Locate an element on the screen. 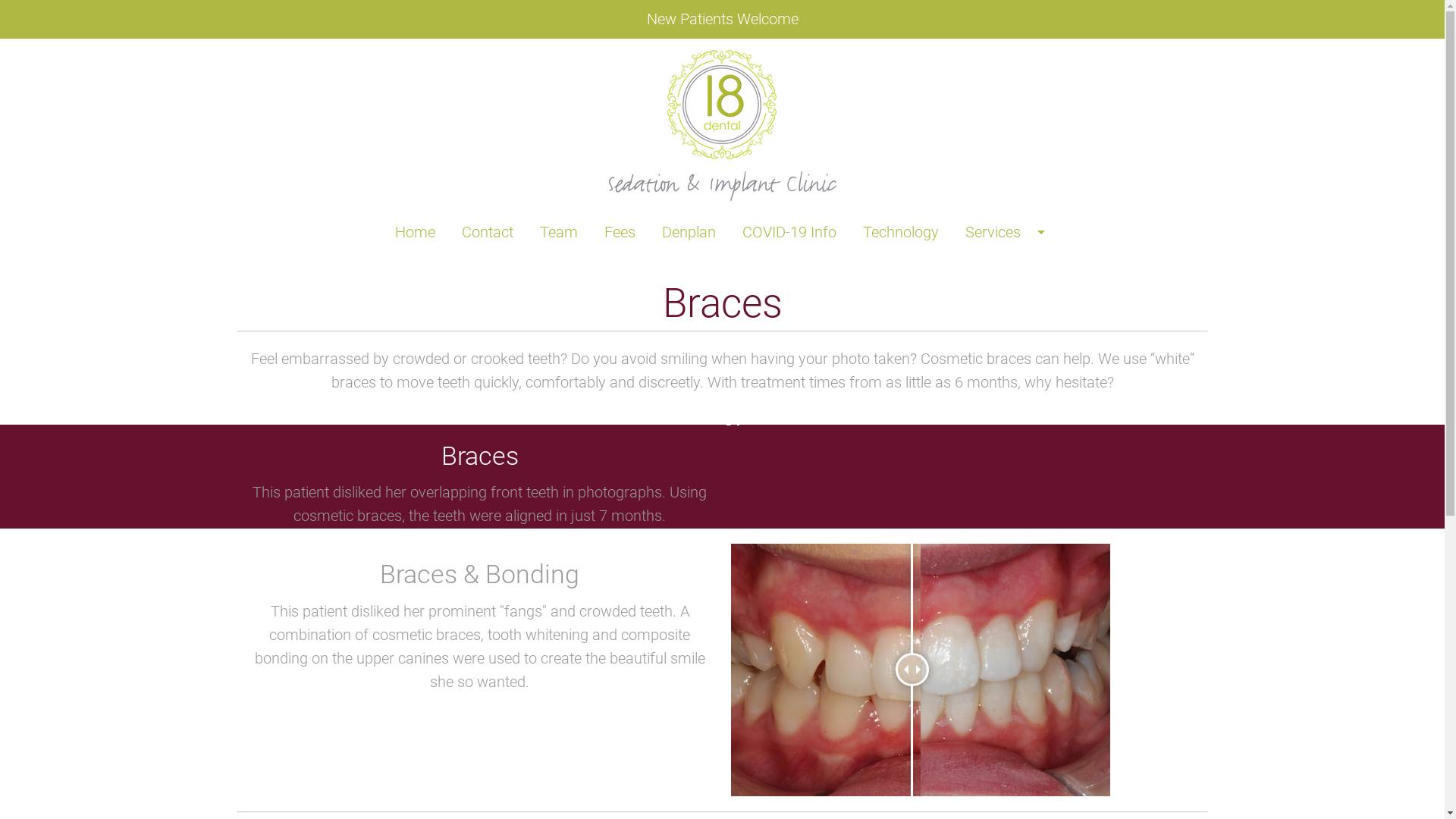 This screenshot has width=1456, height=819. 'Services is located at coordinates (952, 231).